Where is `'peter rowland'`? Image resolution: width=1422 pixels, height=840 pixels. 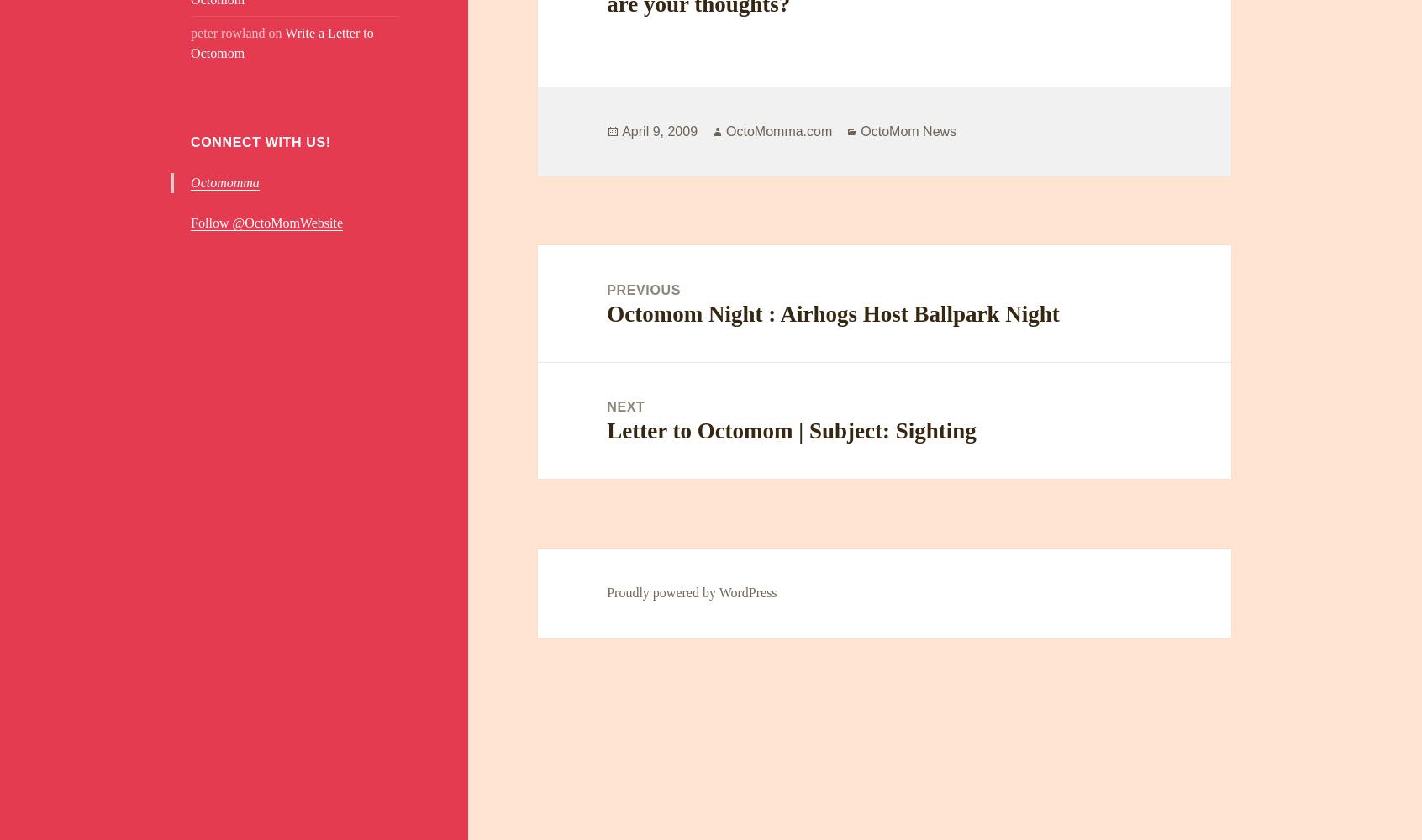 'peter rowland' is located at coordinates (228, 32).